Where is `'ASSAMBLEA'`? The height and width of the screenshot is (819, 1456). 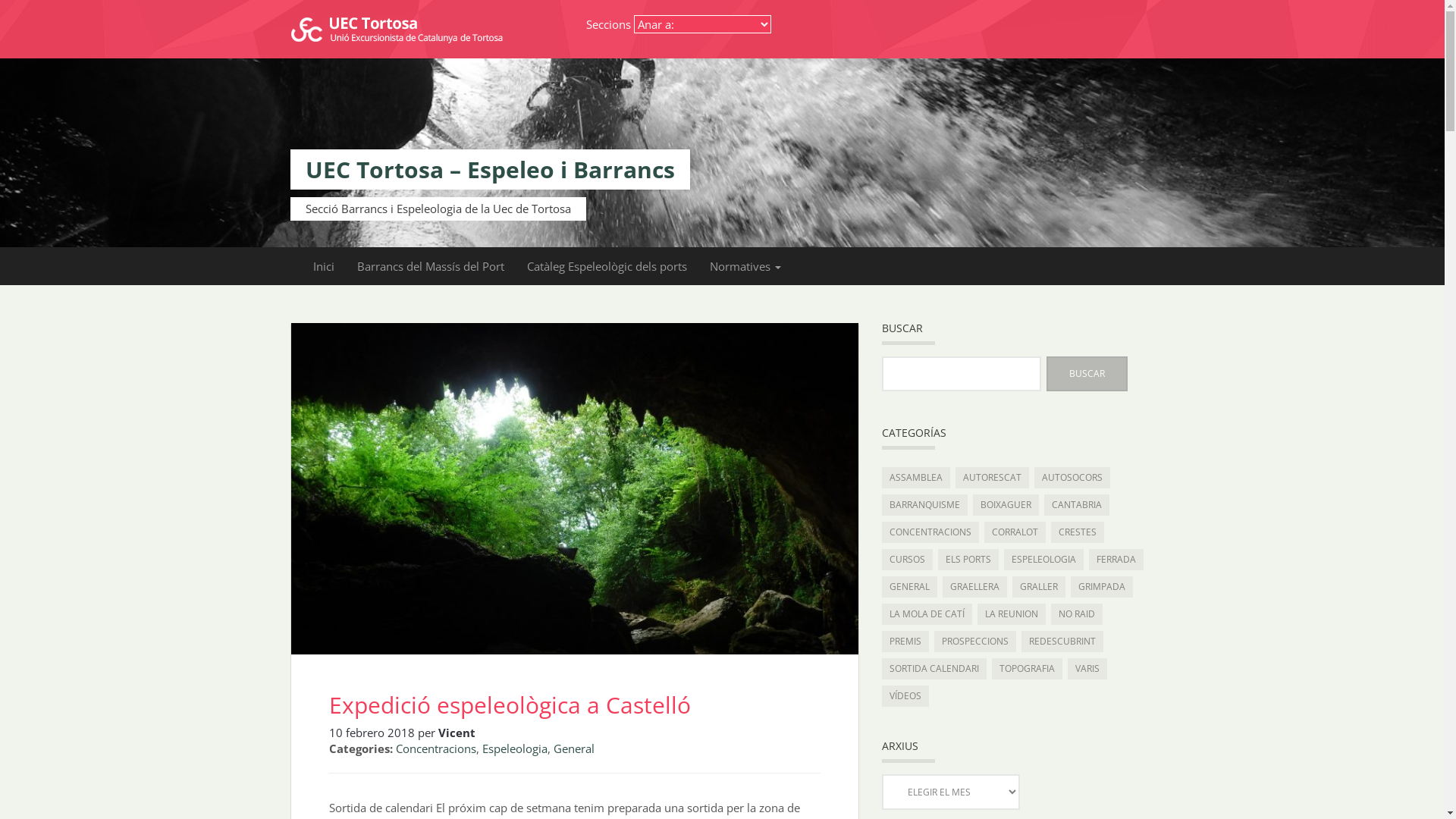 'ASSAMBLEA' is located at coordinates (880, 476).